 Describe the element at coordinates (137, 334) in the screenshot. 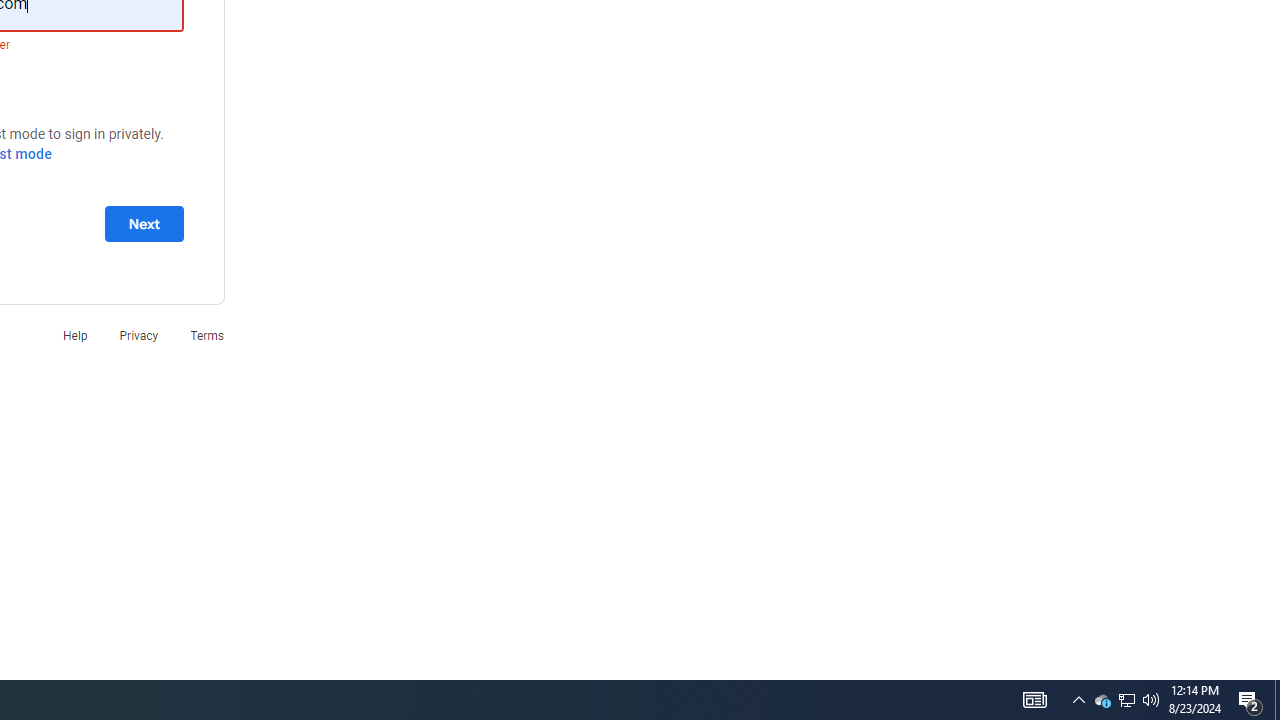

I see `'Privacy'` at that location.